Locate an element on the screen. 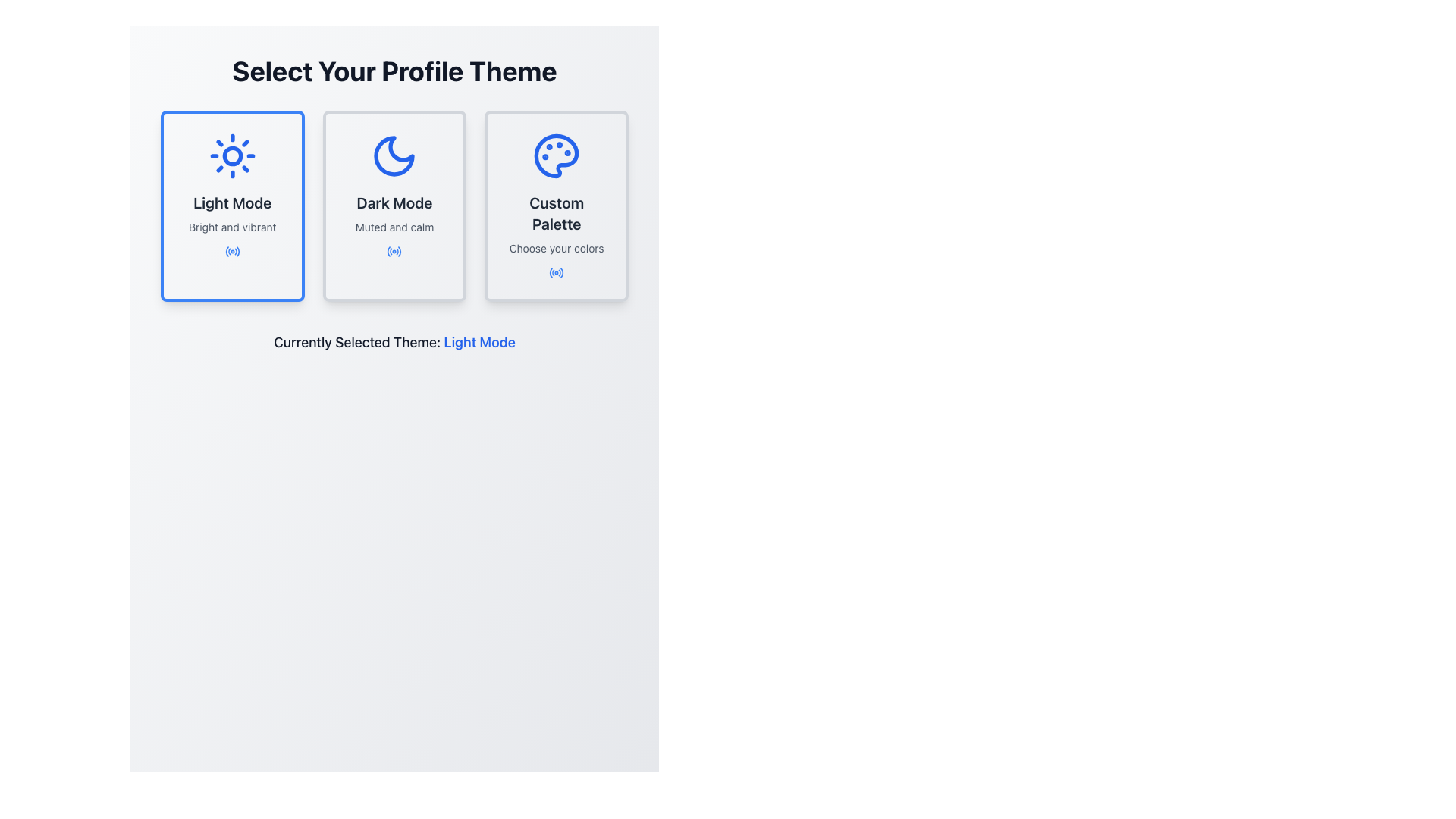  the 'Dark Mode' icon, which visually represents the option for enabling Dark Mode, located centrally above the text 'Muted and calm.' is located at coordinates (394, 155).